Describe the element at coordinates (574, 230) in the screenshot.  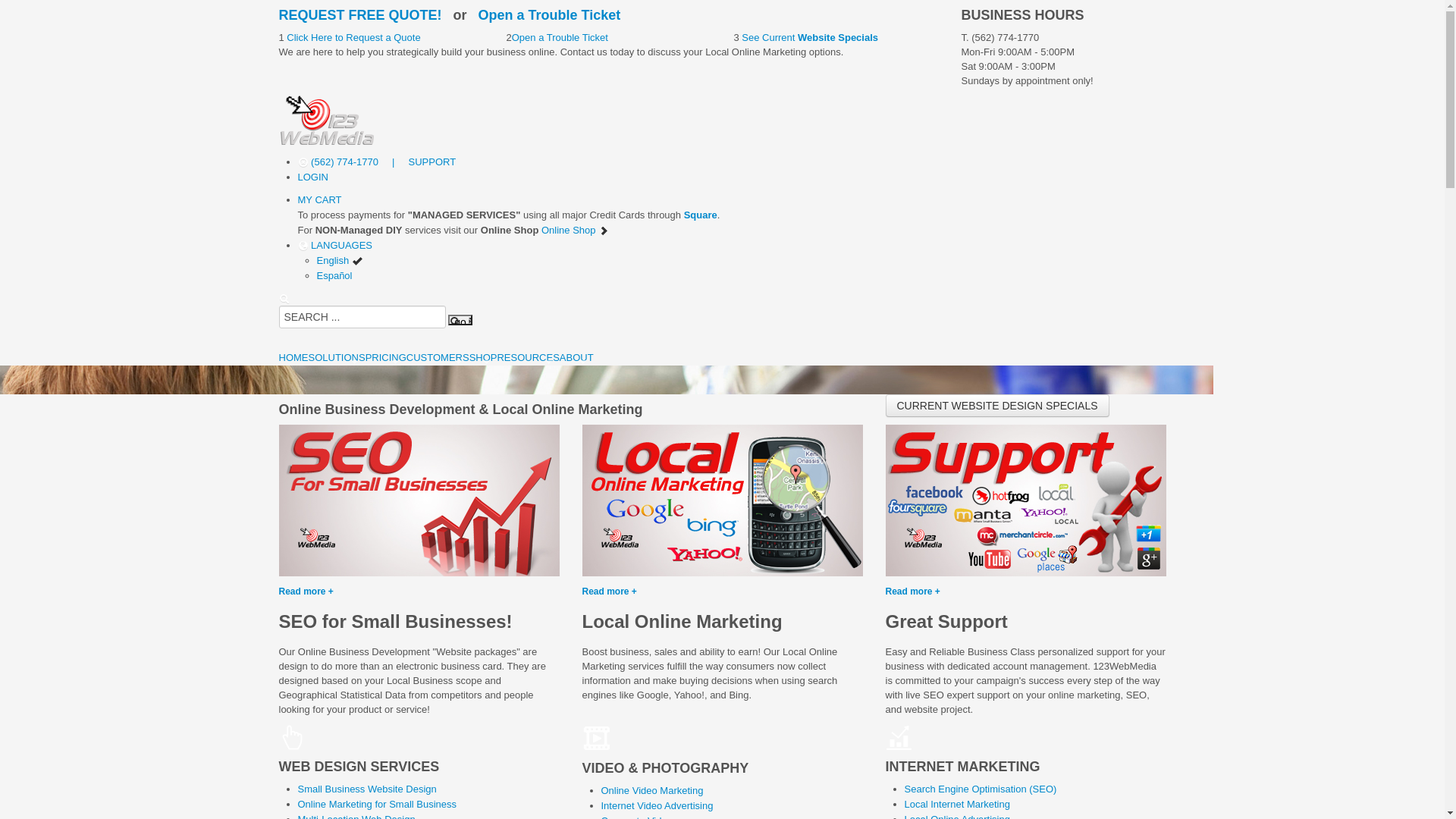
I see `'Online Shop'` at that location.